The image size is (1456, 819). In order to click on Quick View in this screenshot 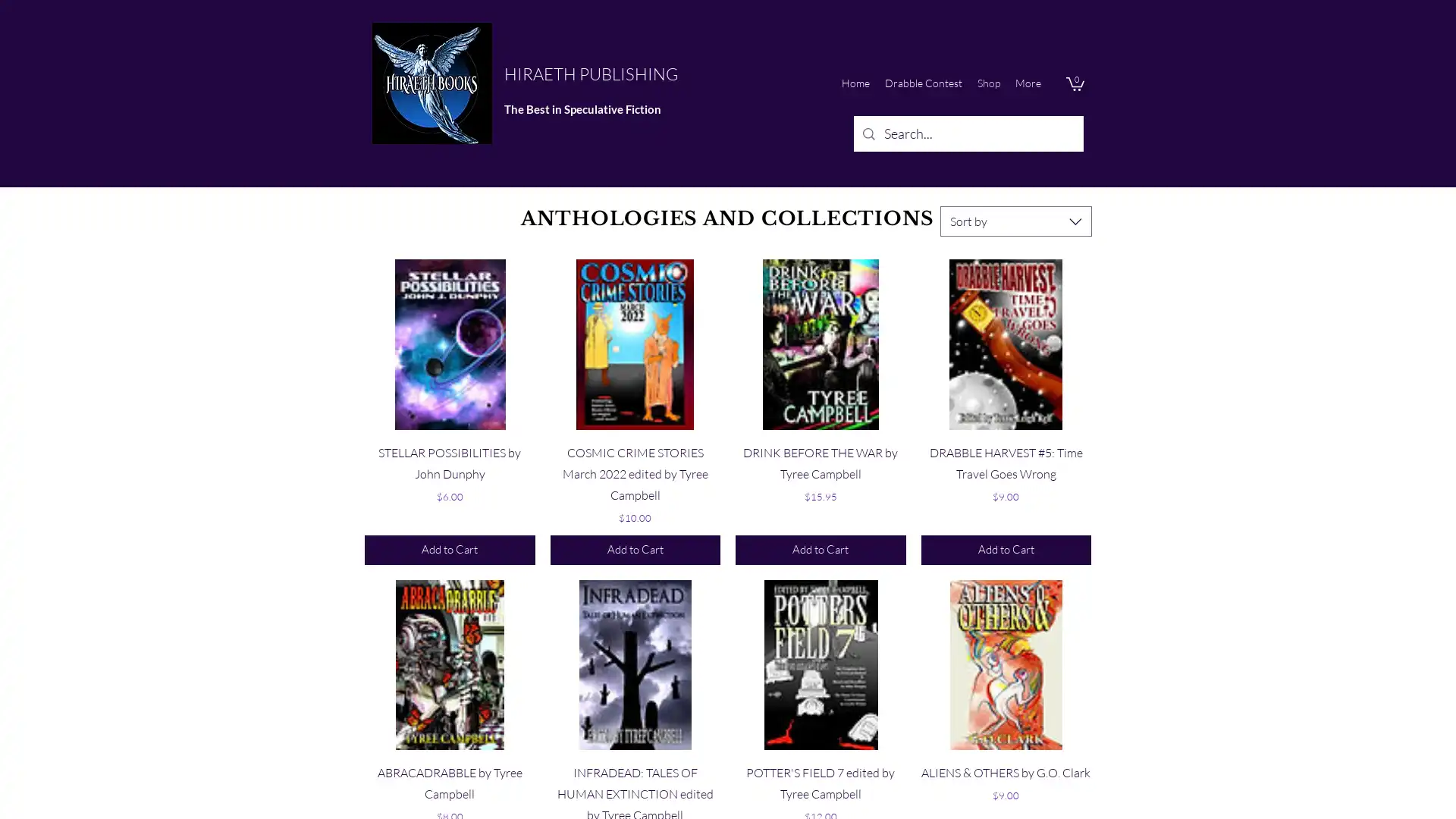, I will do `click(635, 769)`.